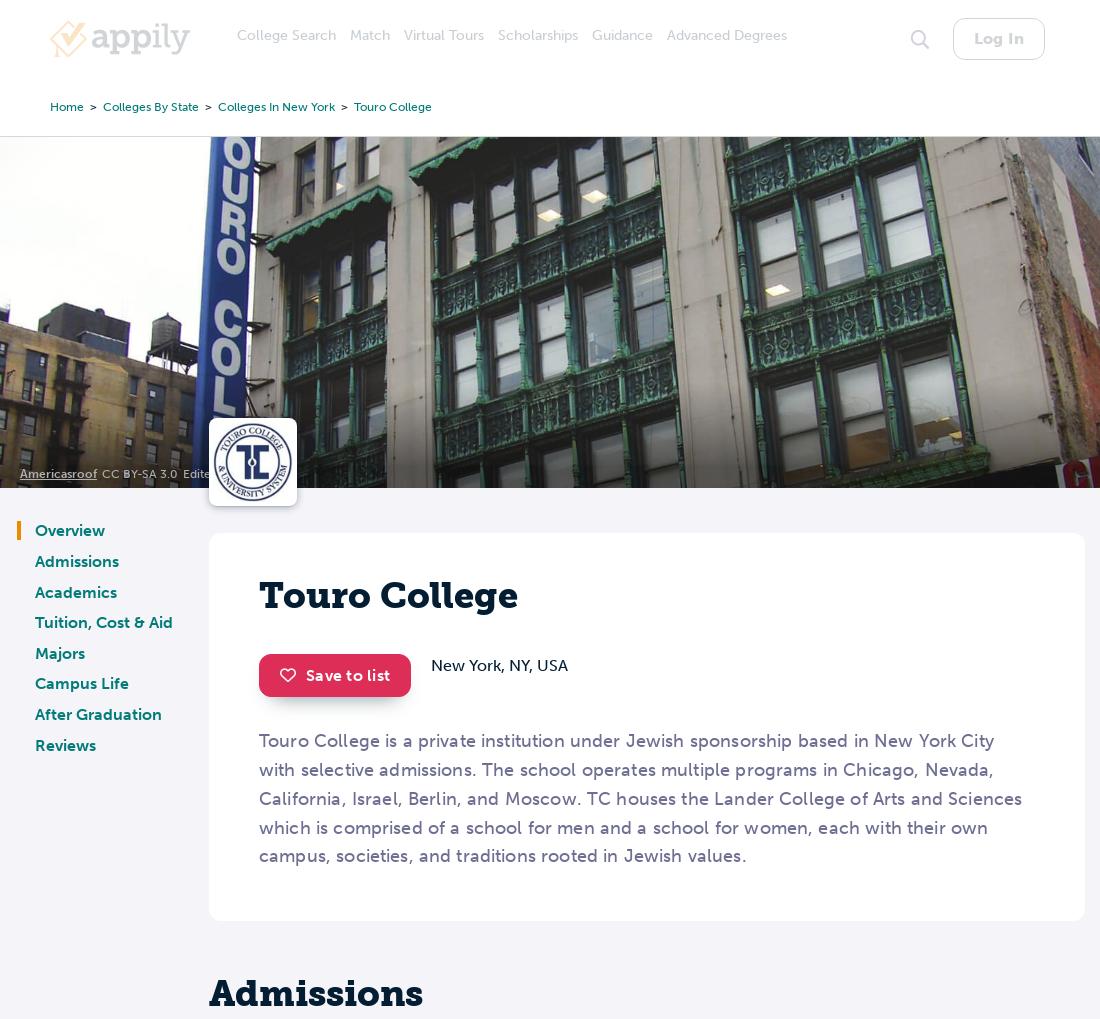 This screenshot has height=1019, width=1100. I want to click on 'Home', so click(49, 105).